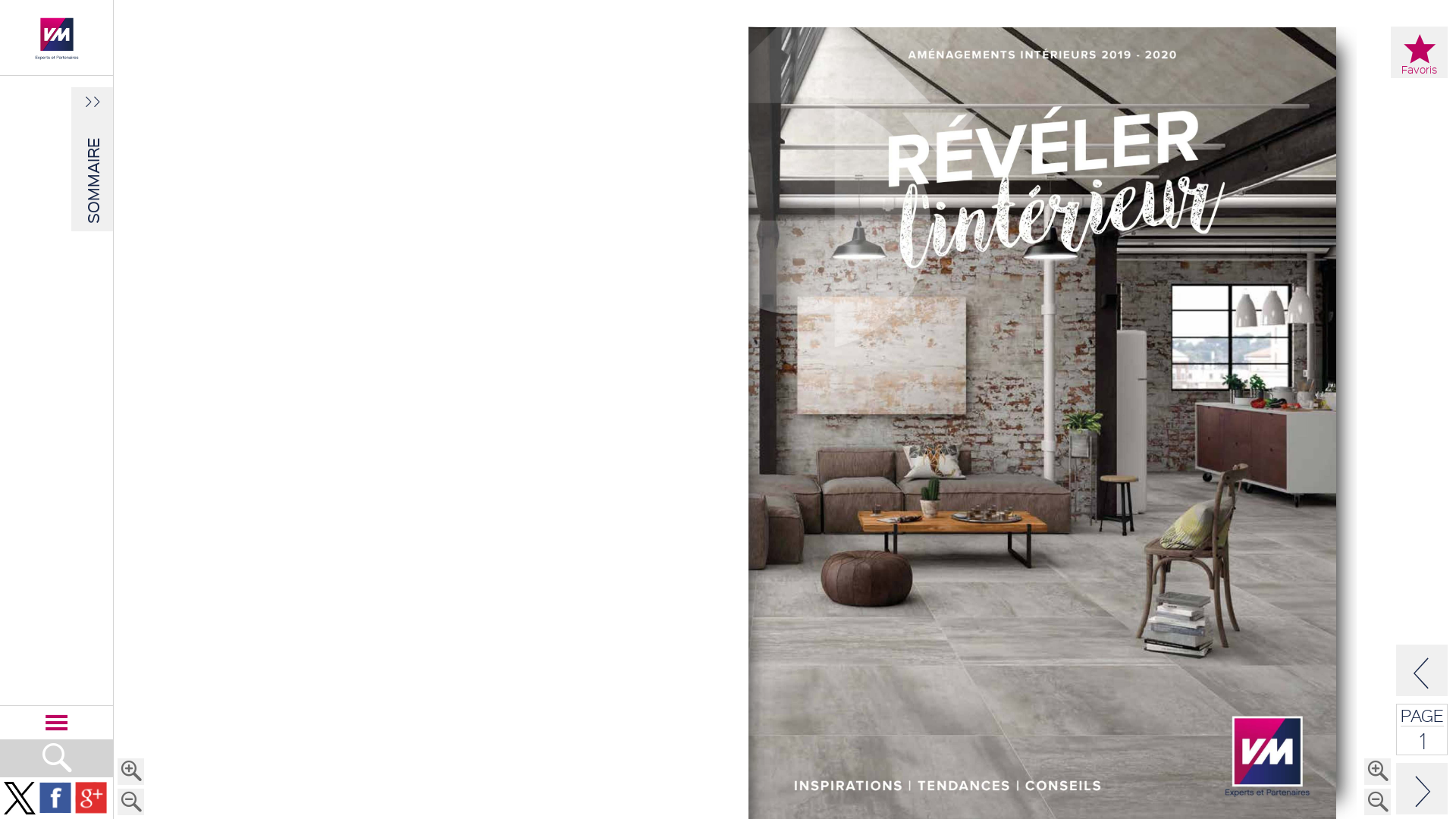 The height and width of the screenshot is (819, 1456). I want to click on 'Partager sur Twitter', so click(3, 797).